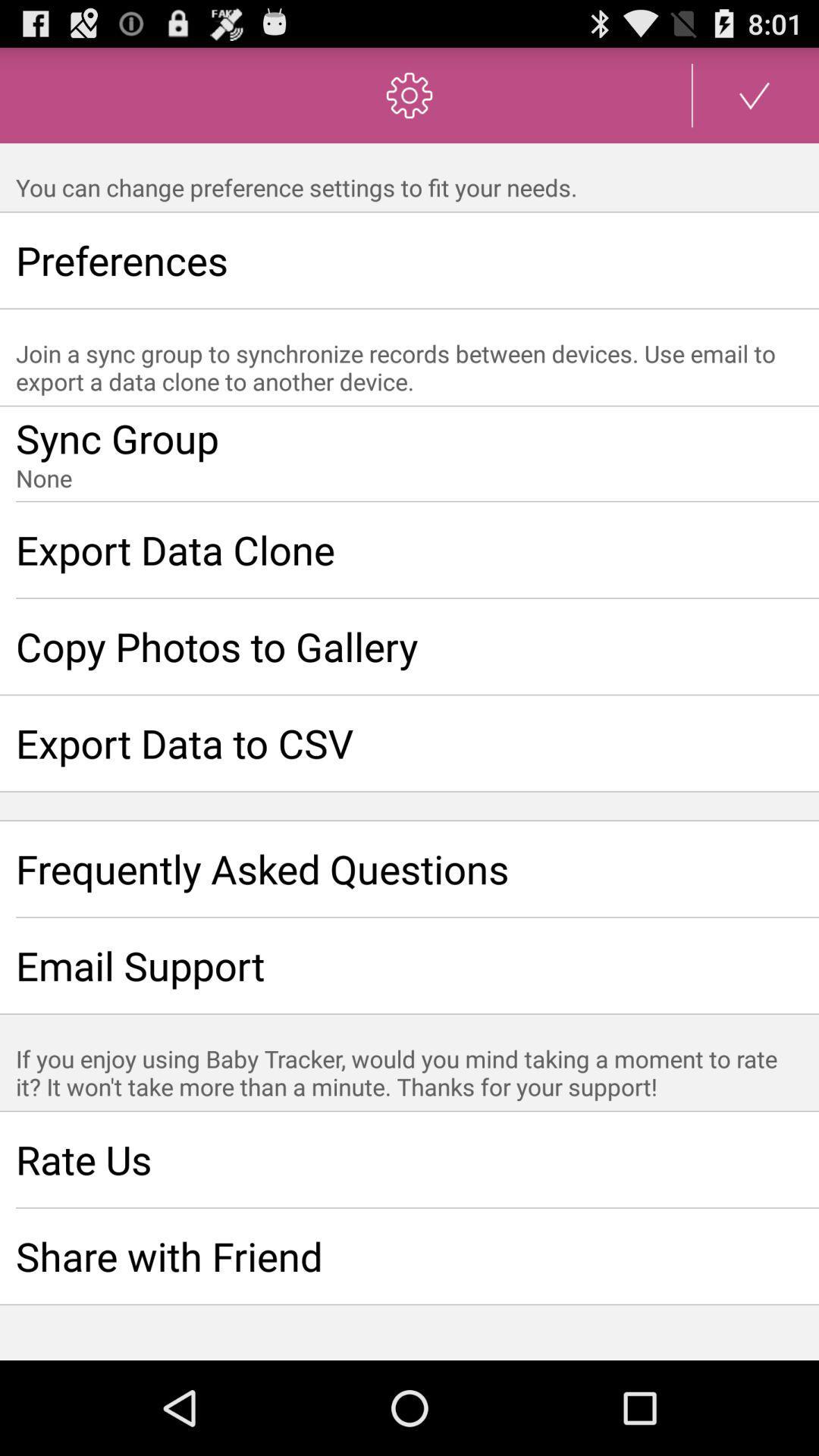 The height and width of the screenshot is (1456, 819). Describe the element at coordinates (755, 94) in the screenshot. I see `confirm` at that location.